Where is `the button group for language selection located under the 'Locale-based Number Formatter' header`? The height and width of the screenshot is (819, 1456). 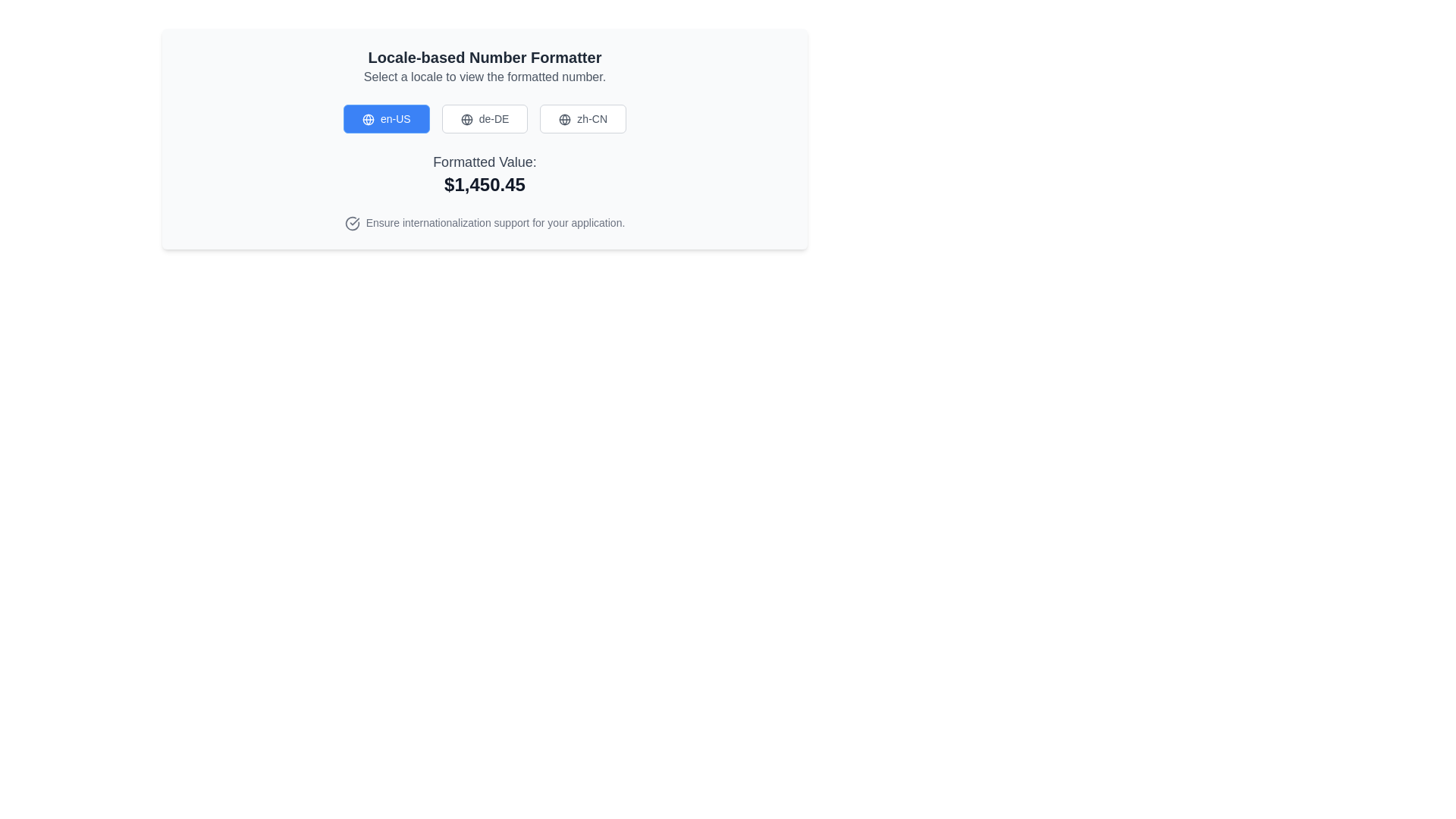
the button group for language selection located under the 'Locale-based Number Formatter' header is located at coordinates (484, 118).